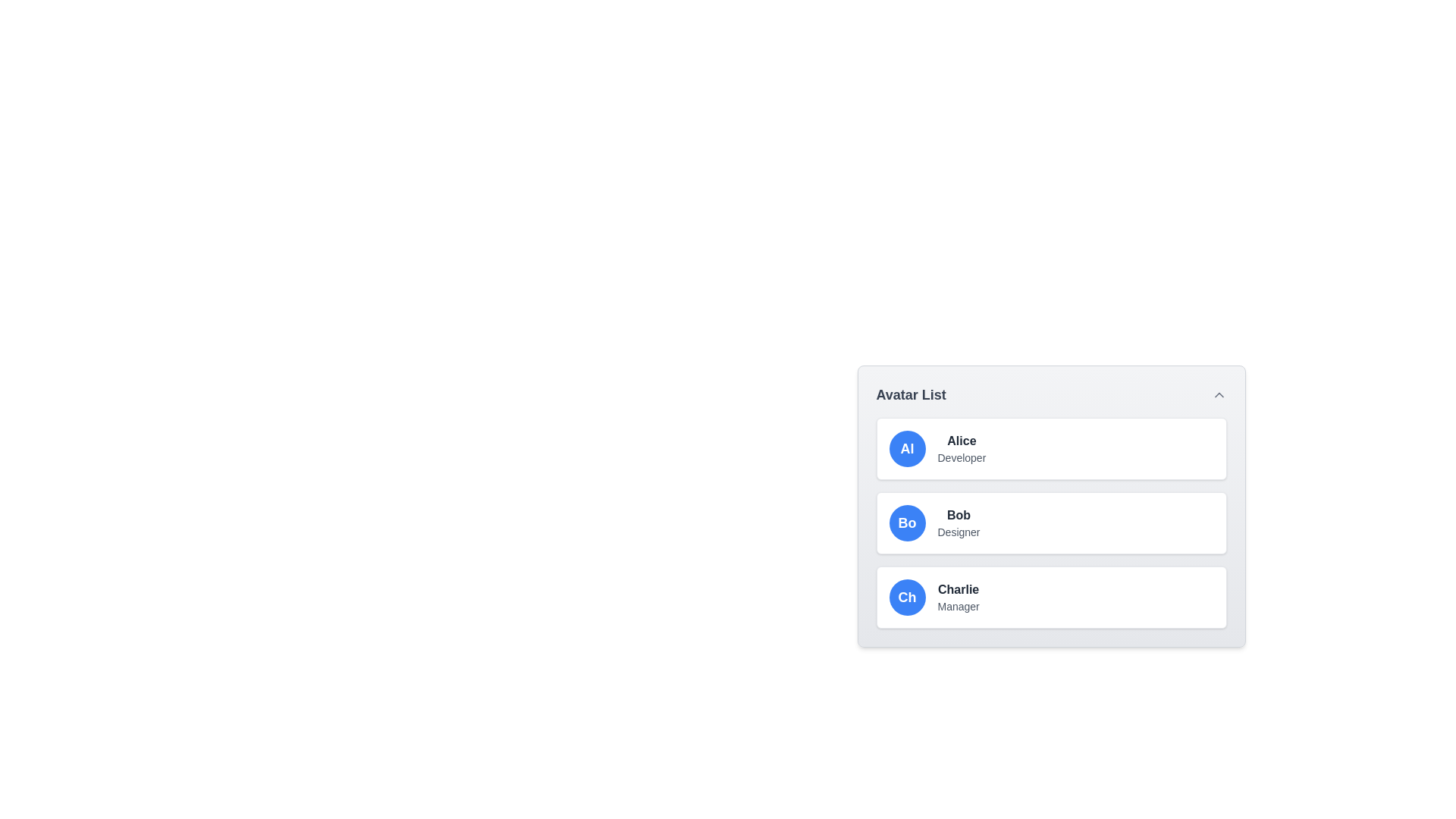 This screenshot has height=819, width=1456. I want to click on the chevron icon in the upper-right corner of the 'Avatar List' section, so click(1219, 394).